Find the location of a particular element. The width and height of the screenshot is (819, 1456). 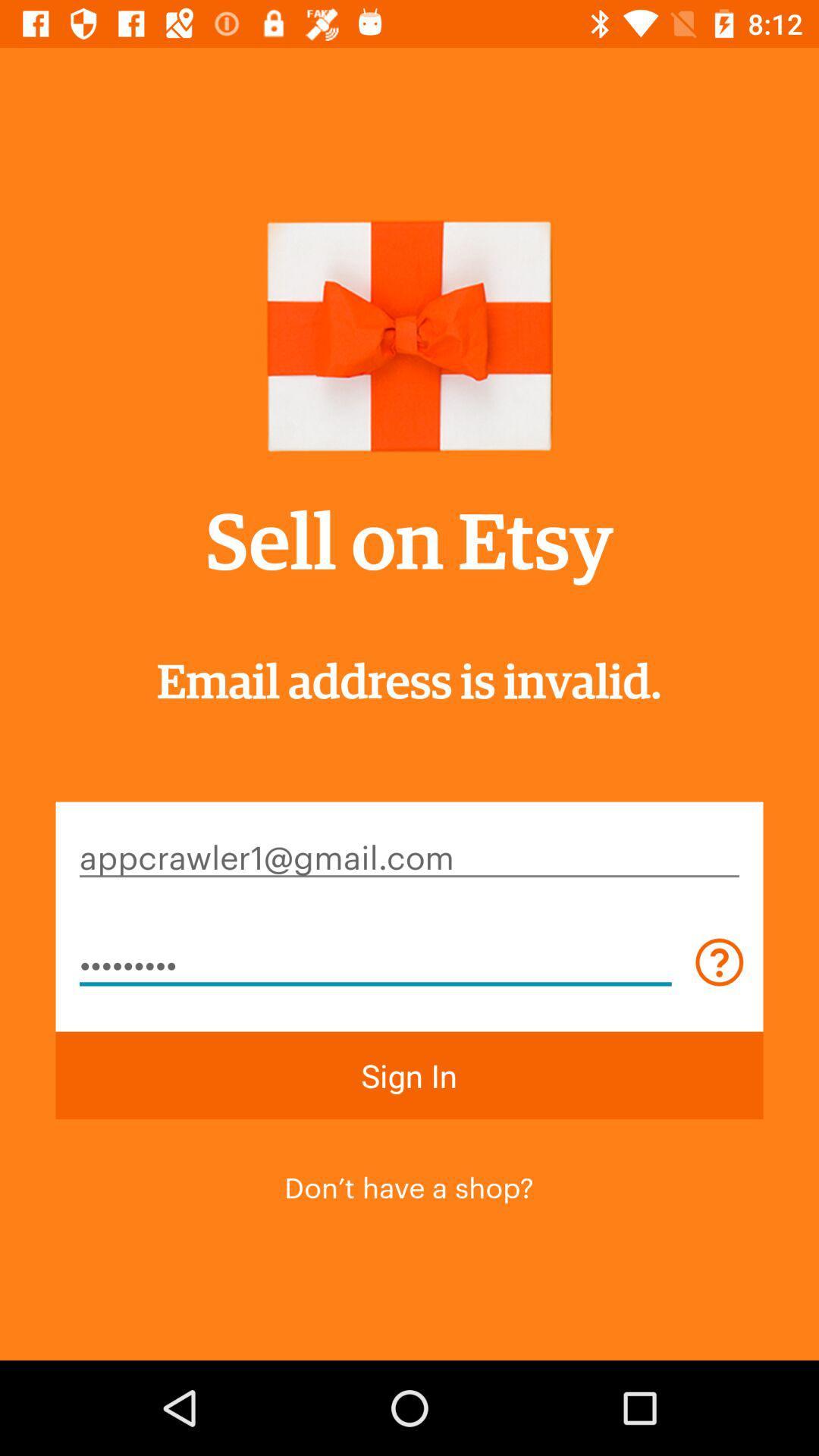

the item below sign in is located at coordinates (408, 1185).